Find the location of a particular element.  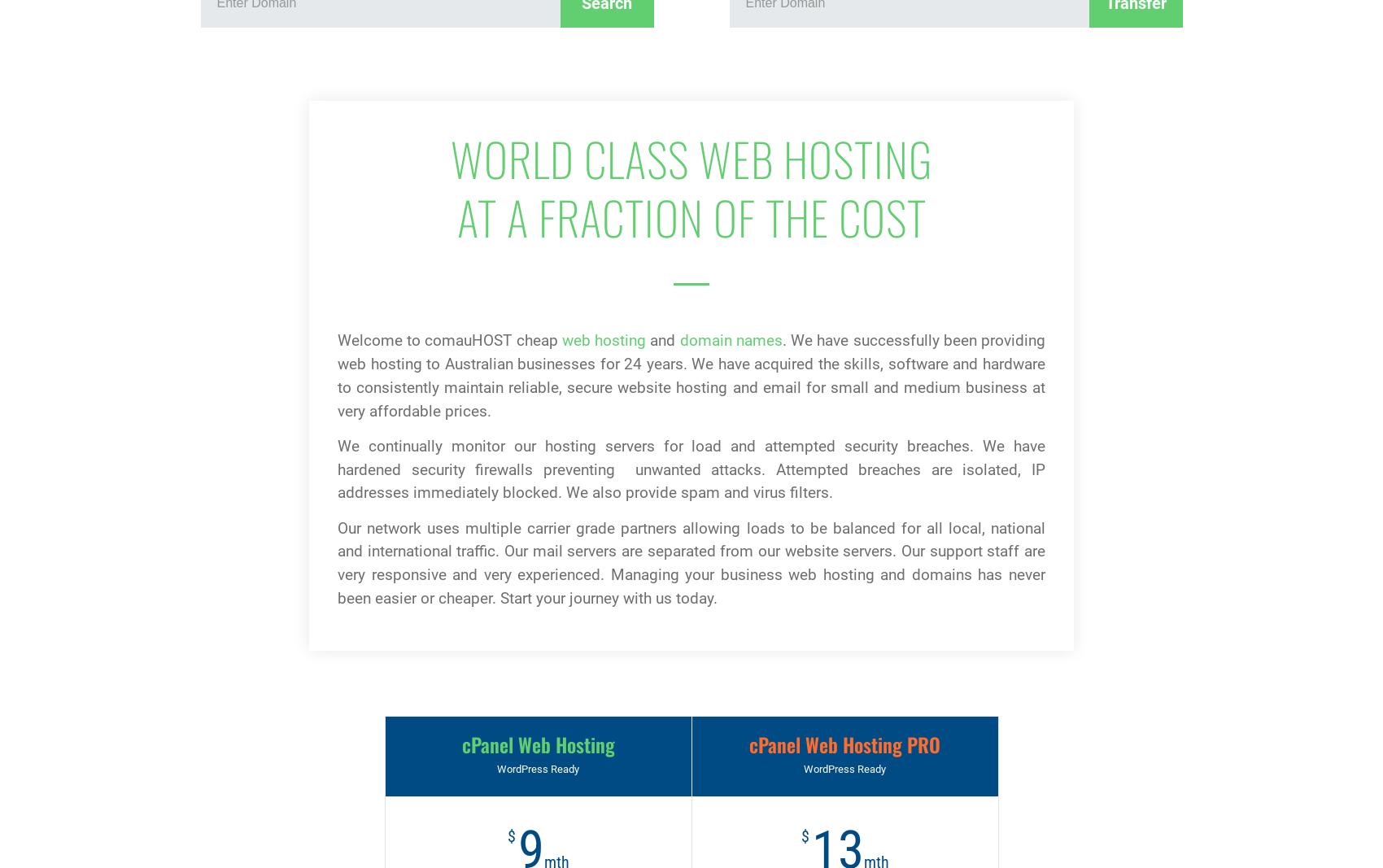

'cPanel Web Hosting' is located at coordinates (537, 744).